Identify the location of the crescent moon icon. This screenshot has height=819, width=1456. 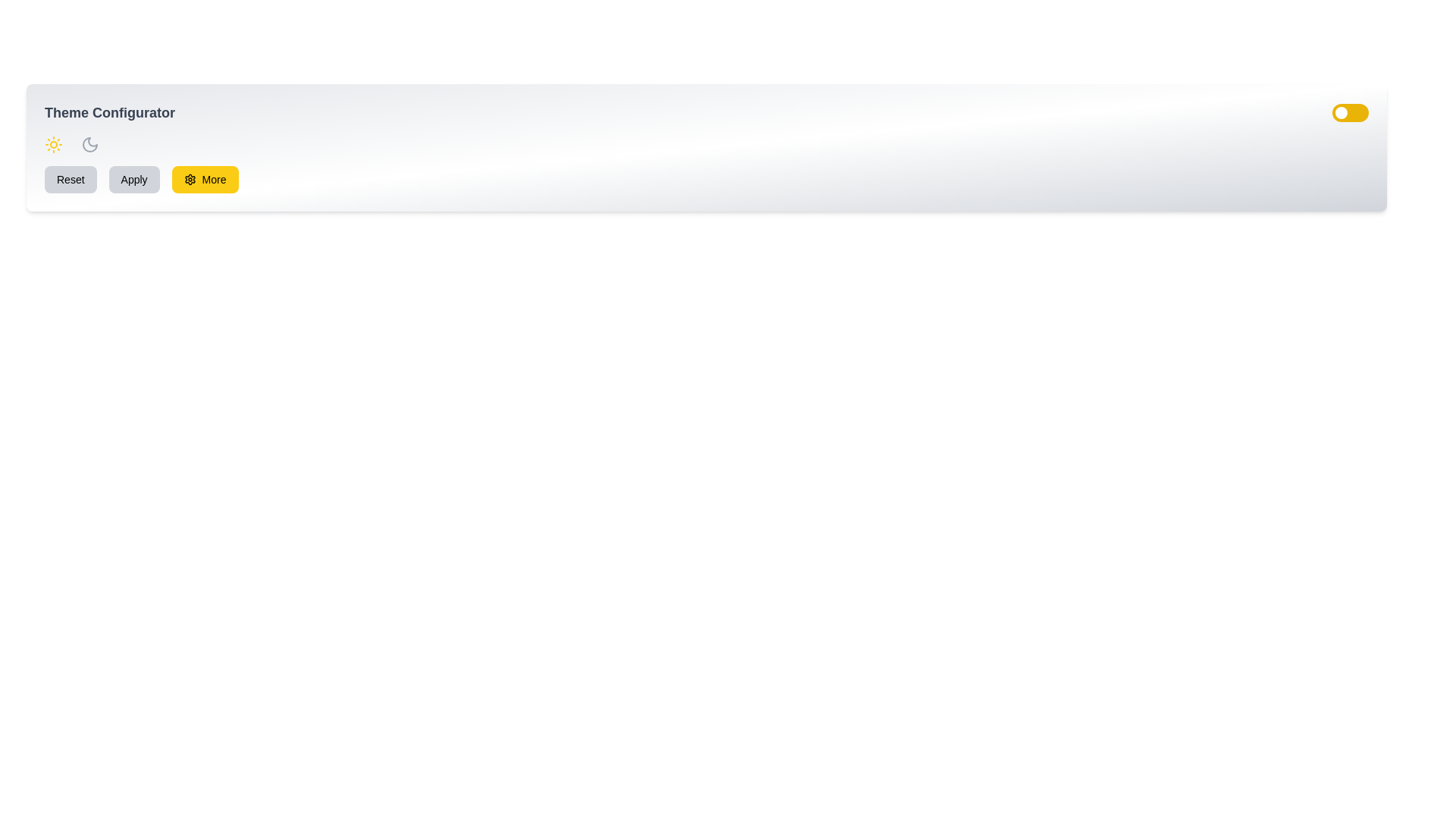
(89, 145).